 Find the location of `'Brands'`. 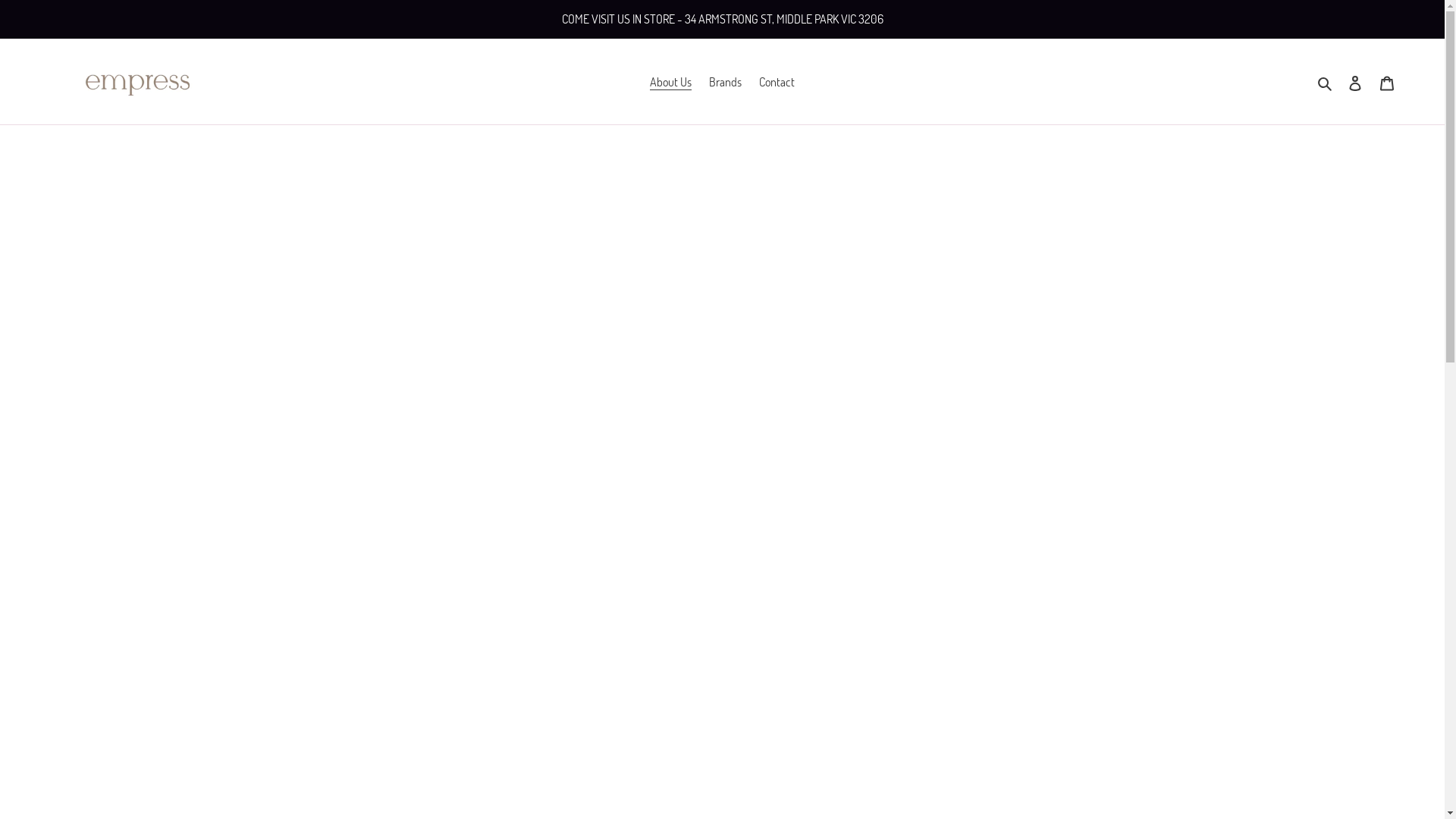

'Brands' is located at coordinates (724, 82).